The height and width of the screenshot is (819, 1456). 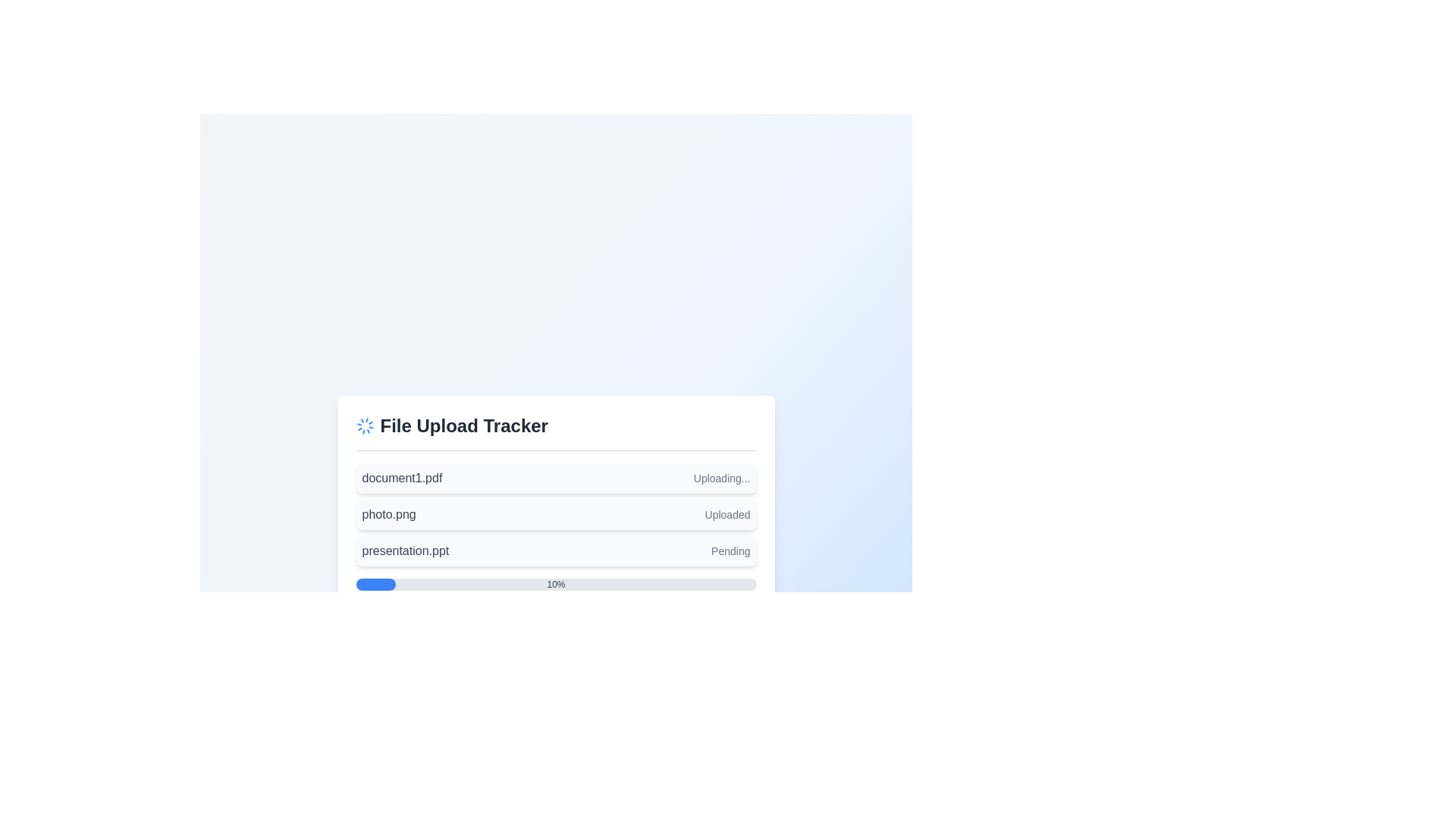 What do you see at coordinates (555, 478) in the screenshot?
I see `the upload status by focusing on the Status bar displaying 'document1.pdf' and 'Uploading...'` at bounding box center [555, 478].